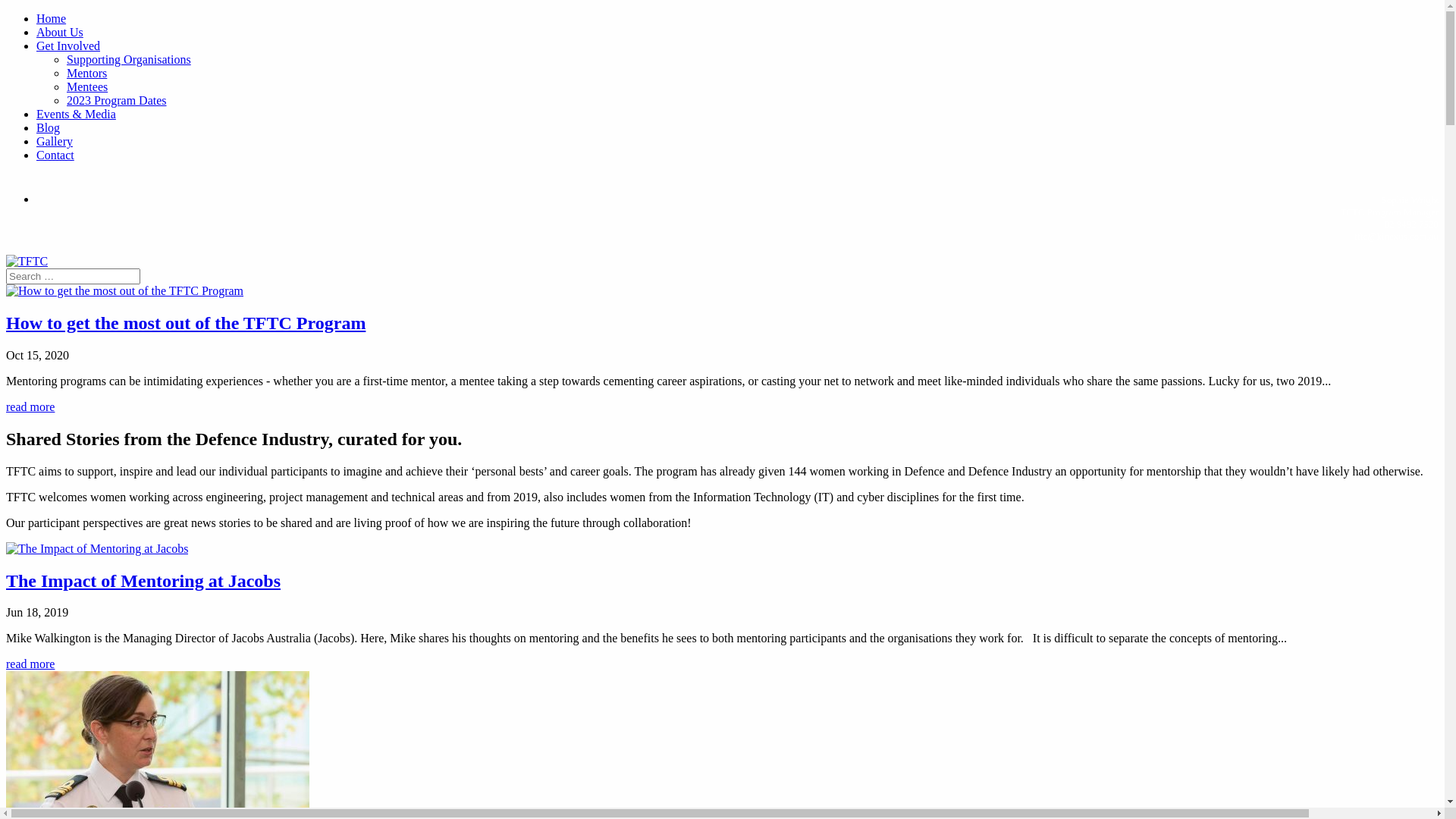  What do you see at coordinates (86, 73) in the screenshot?
I see `'Mentors'` at bounding box center [86, 73].